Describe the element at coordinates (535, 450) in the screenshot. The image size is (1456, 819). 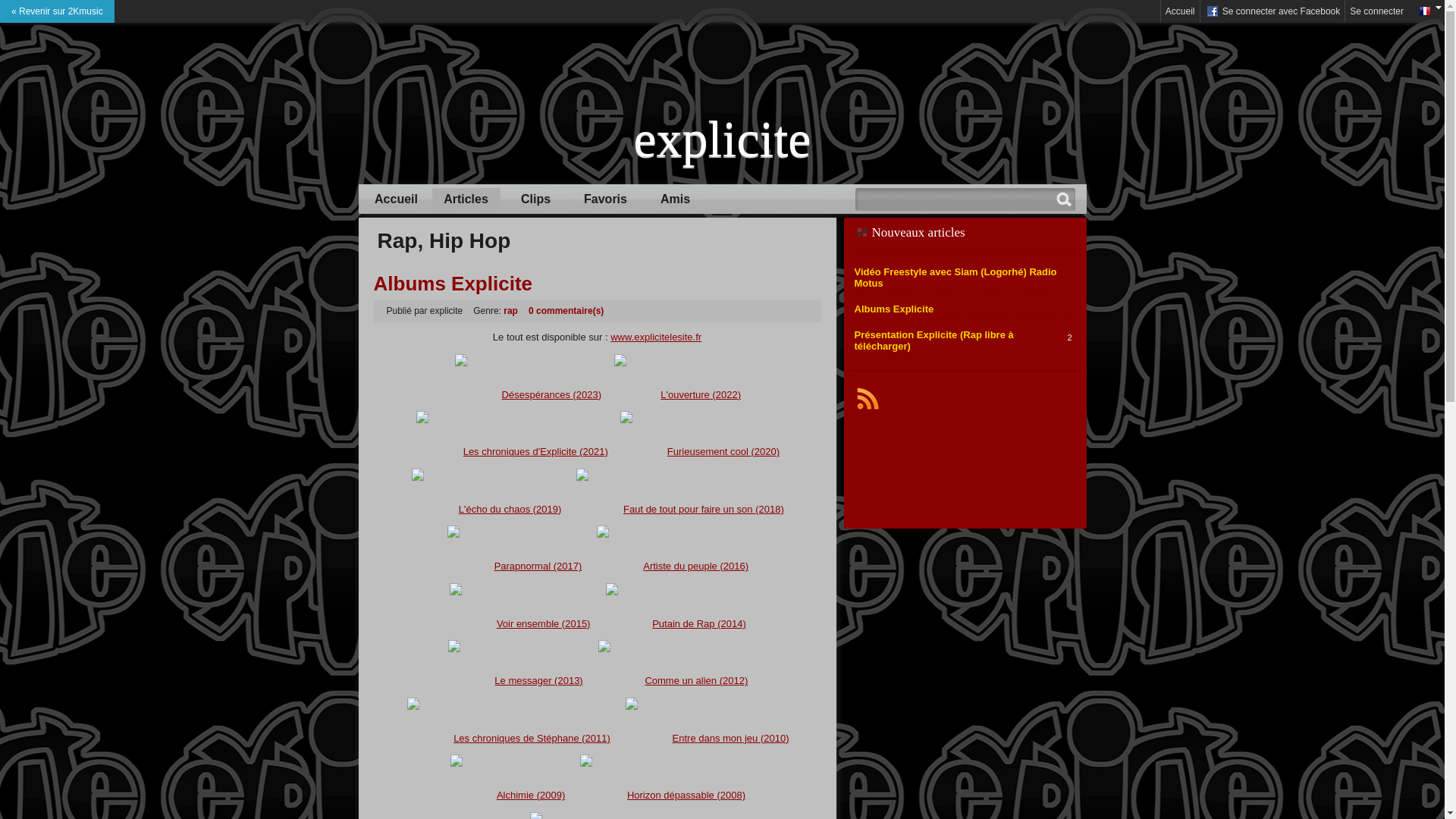
I see `'Les chroniques d'Explicite (2021)'` at that location.